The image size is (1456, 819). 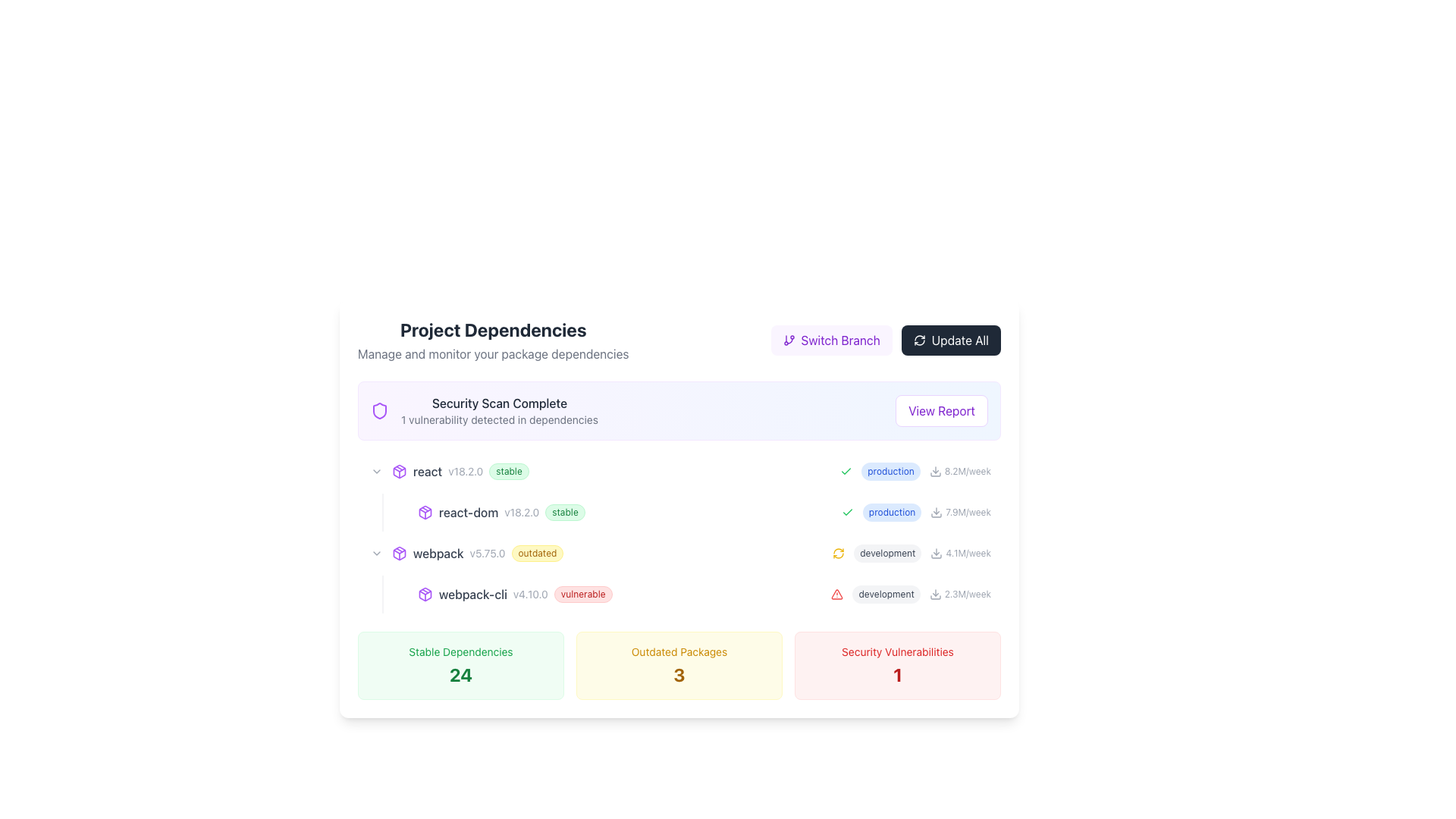 What do you see at coordinates (911, 553) in the screenshot?
I see `the label containing the text 'development' with the rounded background and the icons on both sides, positioned in the fourth row's right side detail section after the 'webpack' header` at bounding box center [911, 553].